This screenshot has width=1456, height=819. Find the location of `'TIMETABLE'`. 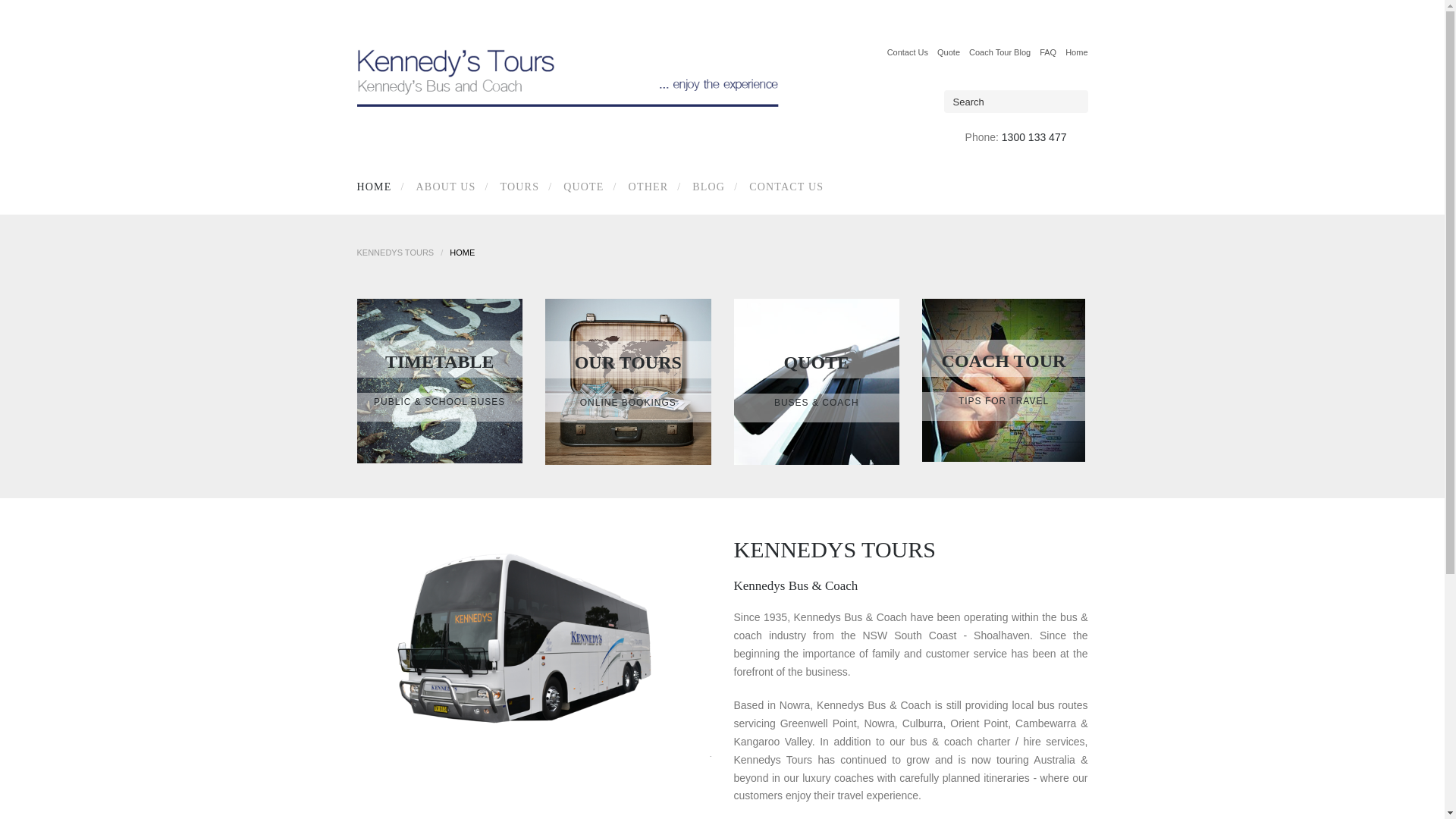

'TIMETABLE' is located at coordinates (438, 362).